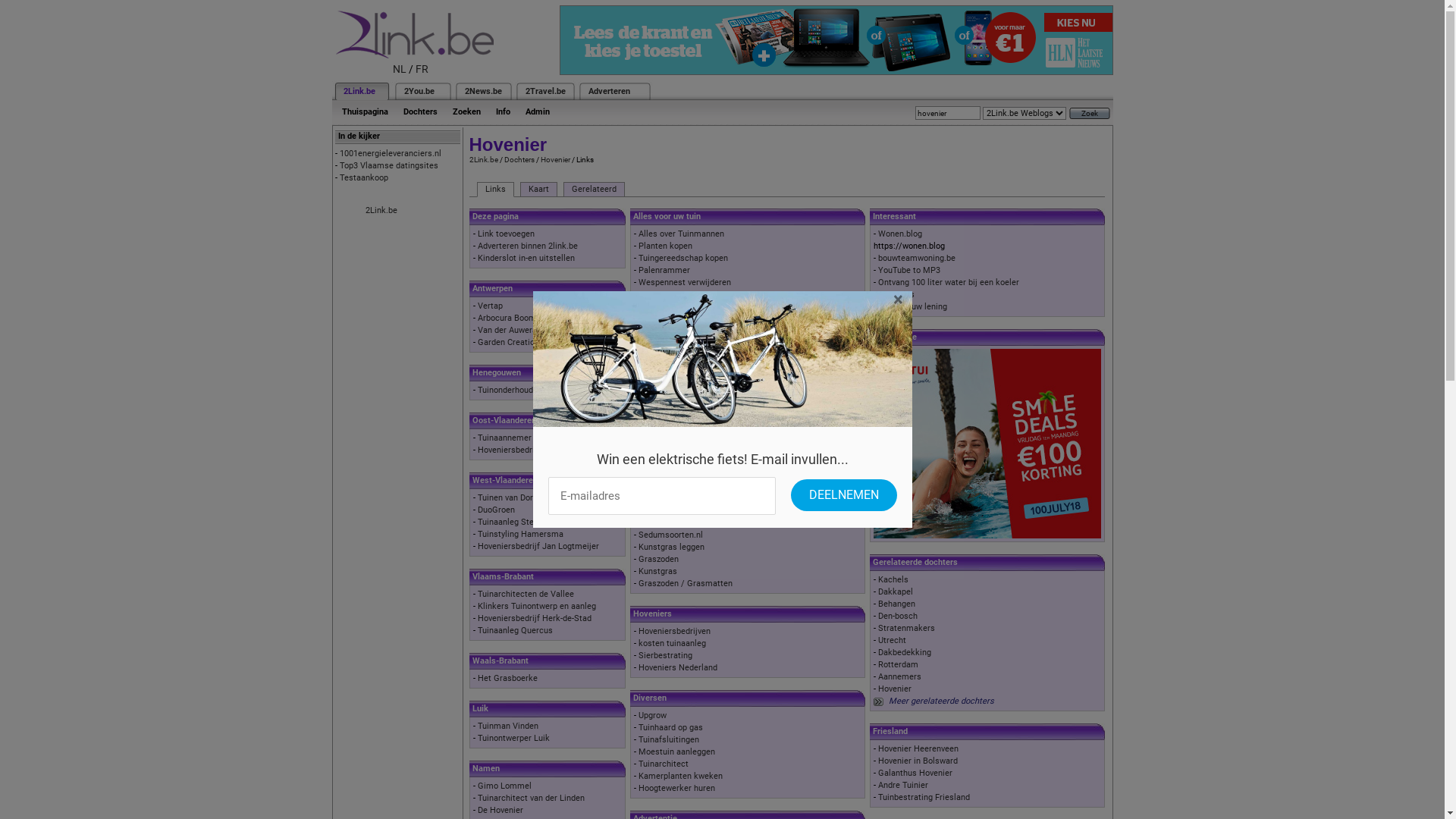 This screenshot has height=819, width=1456. Describe the element at coordinates (482, 91) in the screenshot. I see `'2News.be'` at that location.